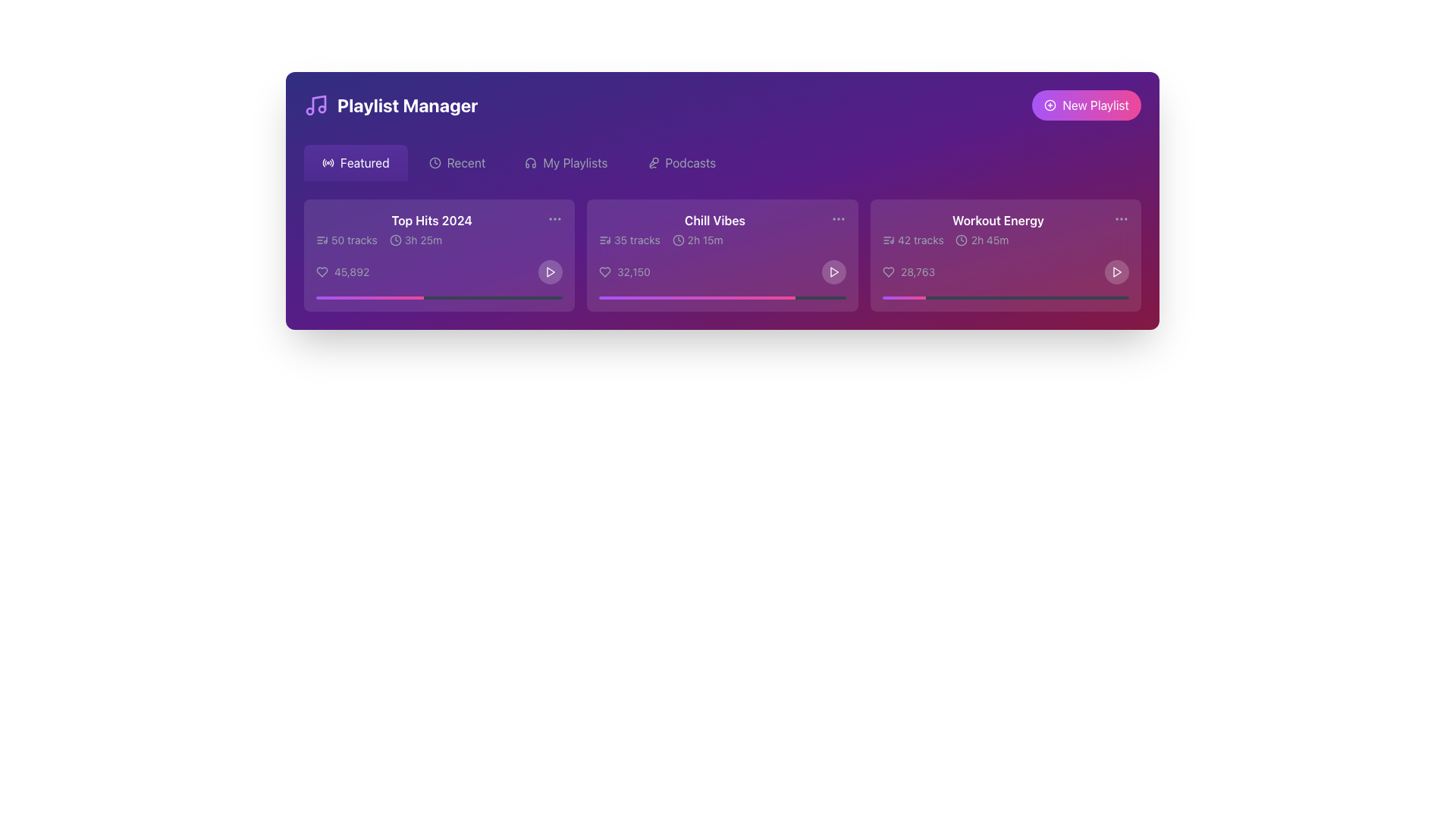  Describe the element at coordinates (431, 230) in the screenshot. I see `the 'Top Hits 2024' playlist preview card` at that location.